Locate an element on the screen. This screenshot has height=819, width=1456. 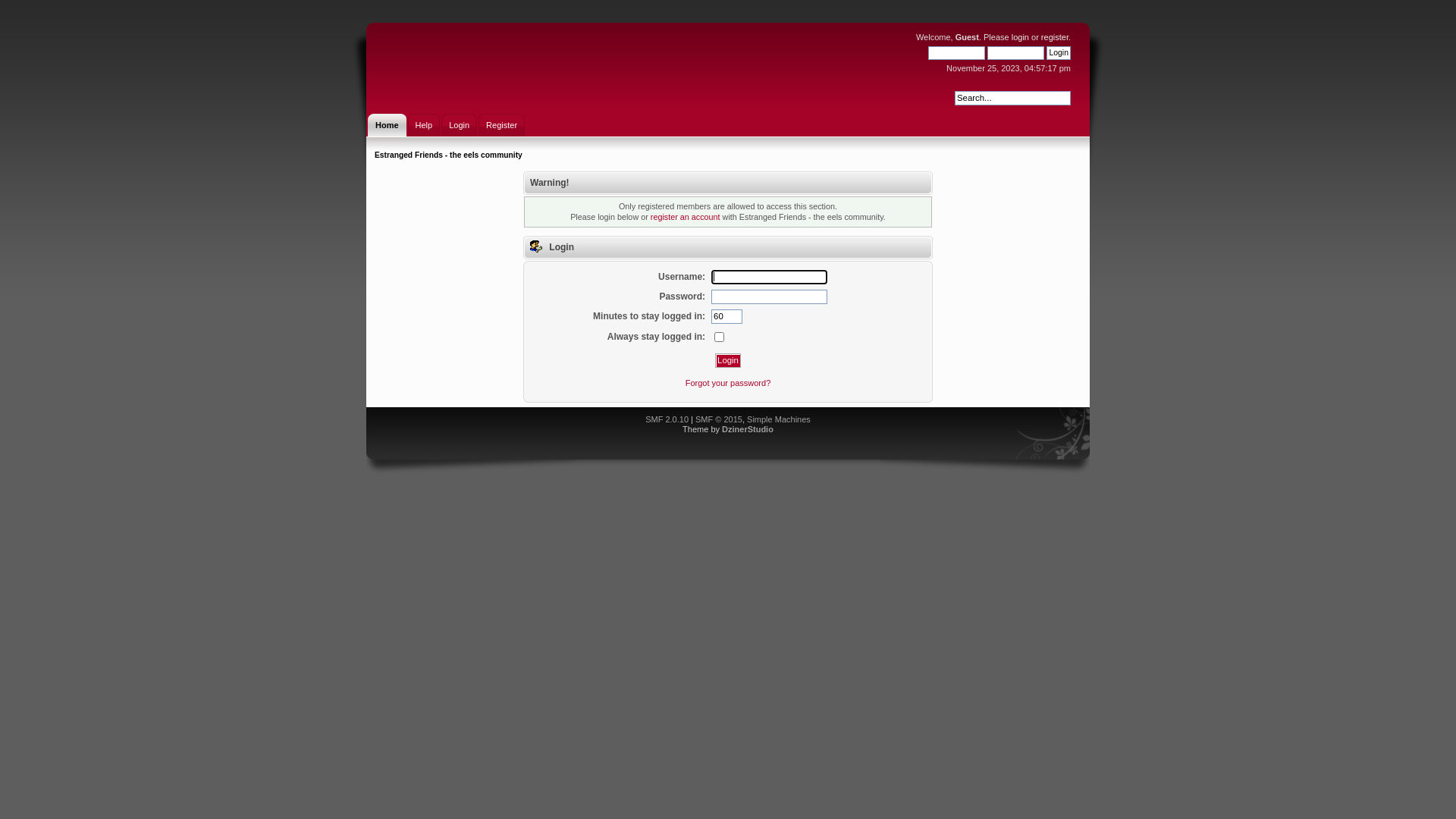
'login' is located at coordinates (1020, 36).